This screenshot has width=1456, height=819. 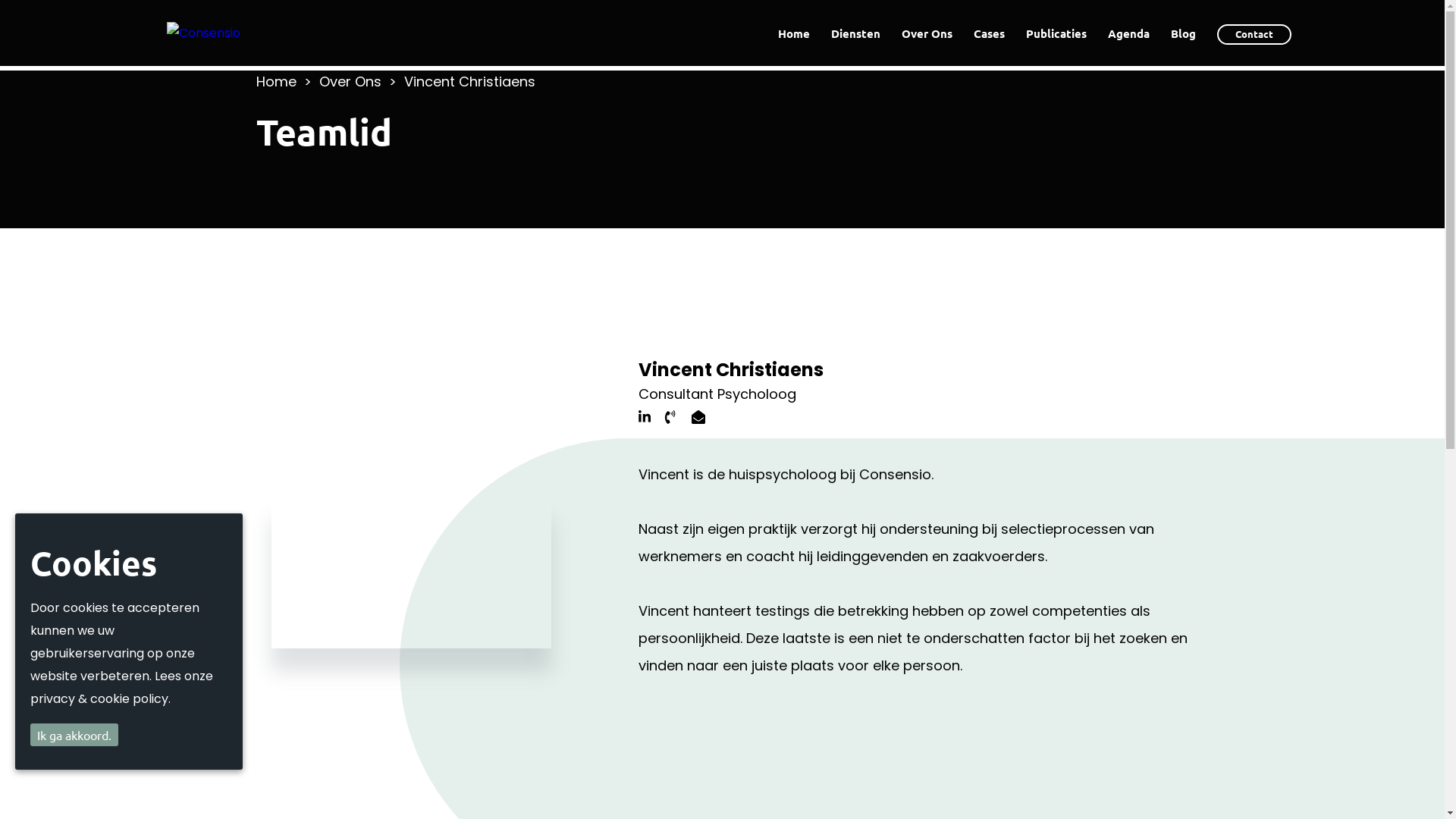 What do you see at coordinates (121, 687) in the screenshot?
I see `'Lees onze privacy & cookie policy.'` at bounding box center [121, 687].